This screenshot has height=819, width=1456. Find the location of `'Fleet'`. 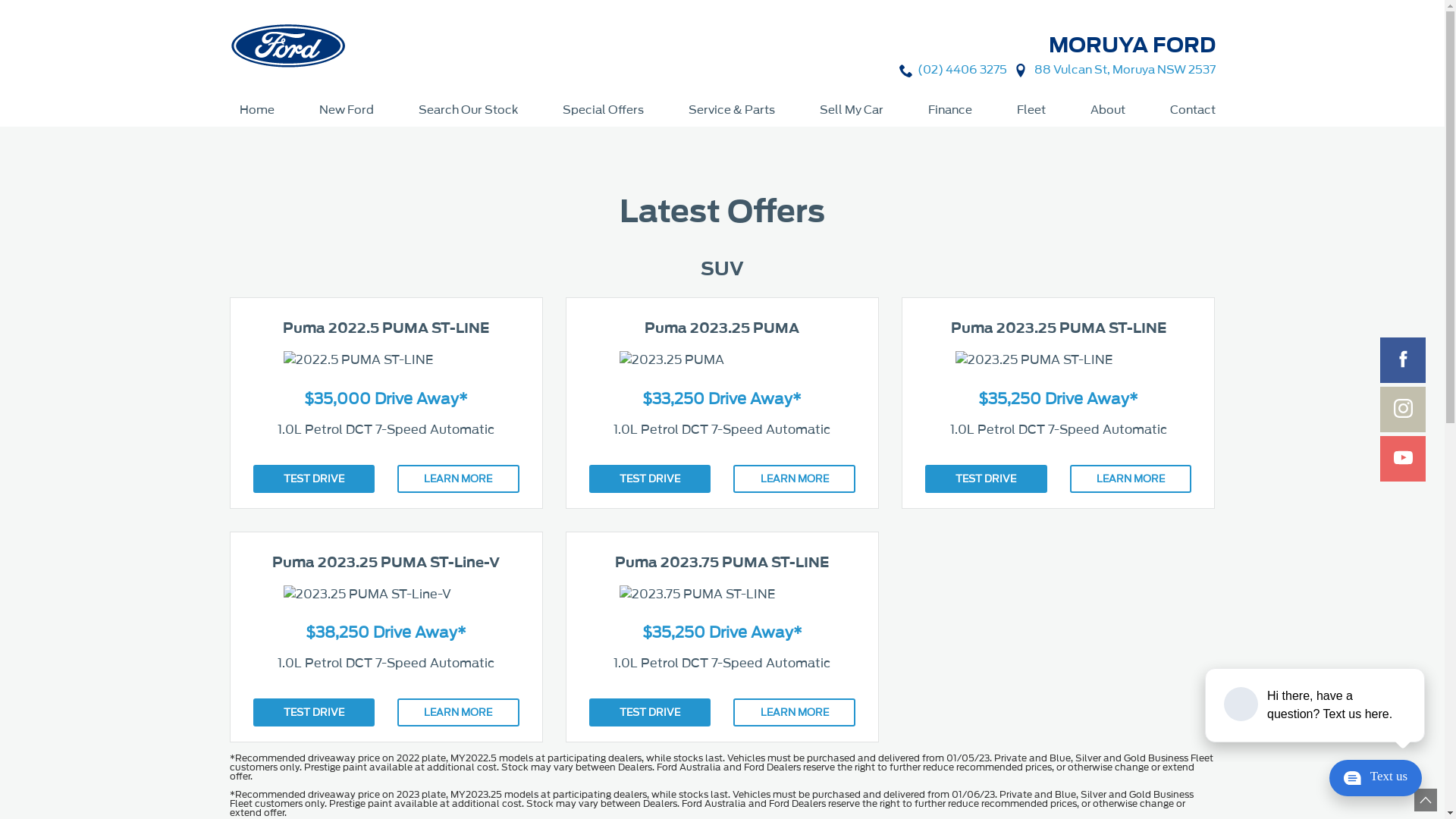

'Fleet' is located at coordinates (1031, 109).